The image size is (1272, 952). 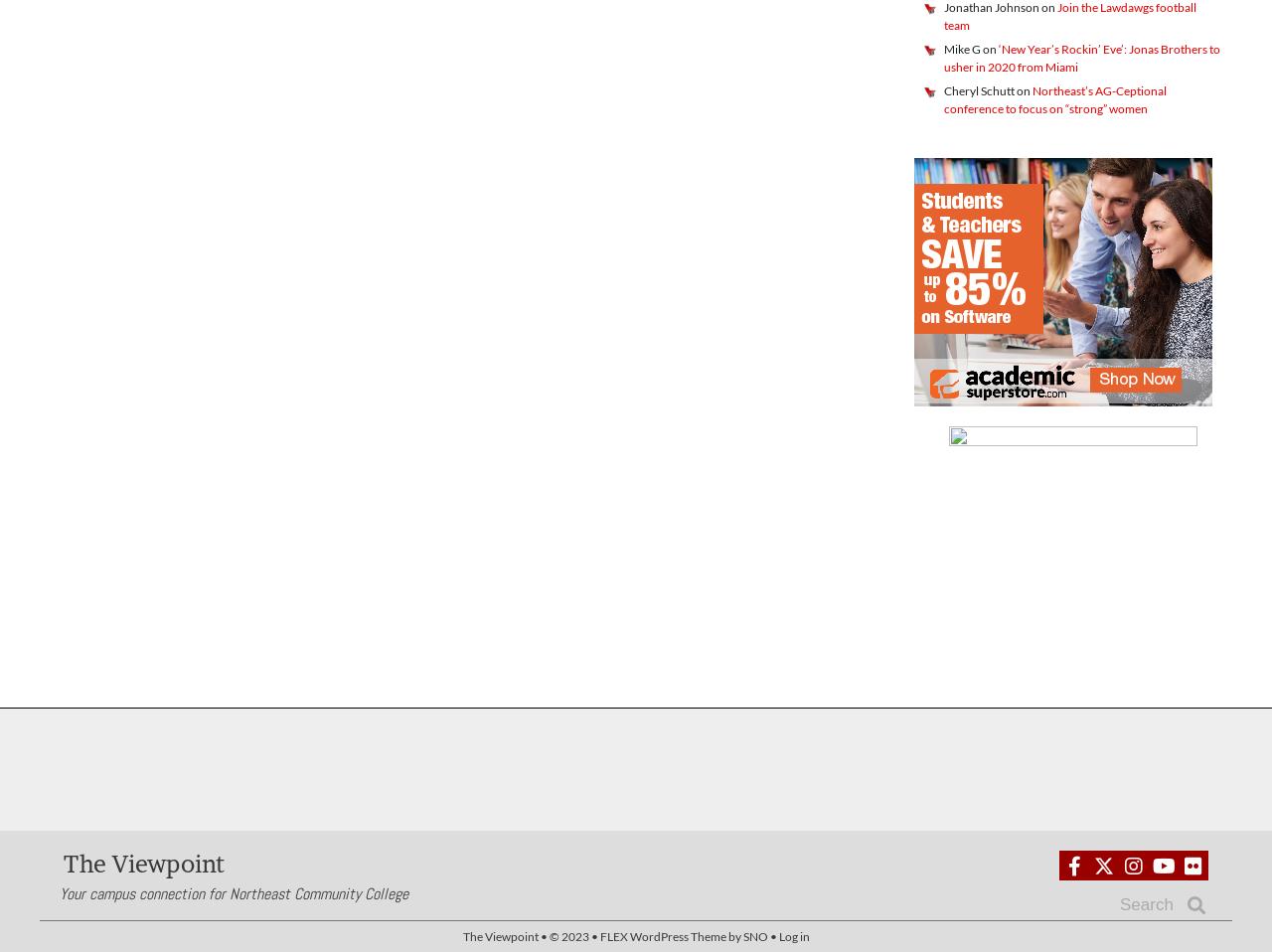 I want to click on 'Mike G', so click(x=962, y=48).